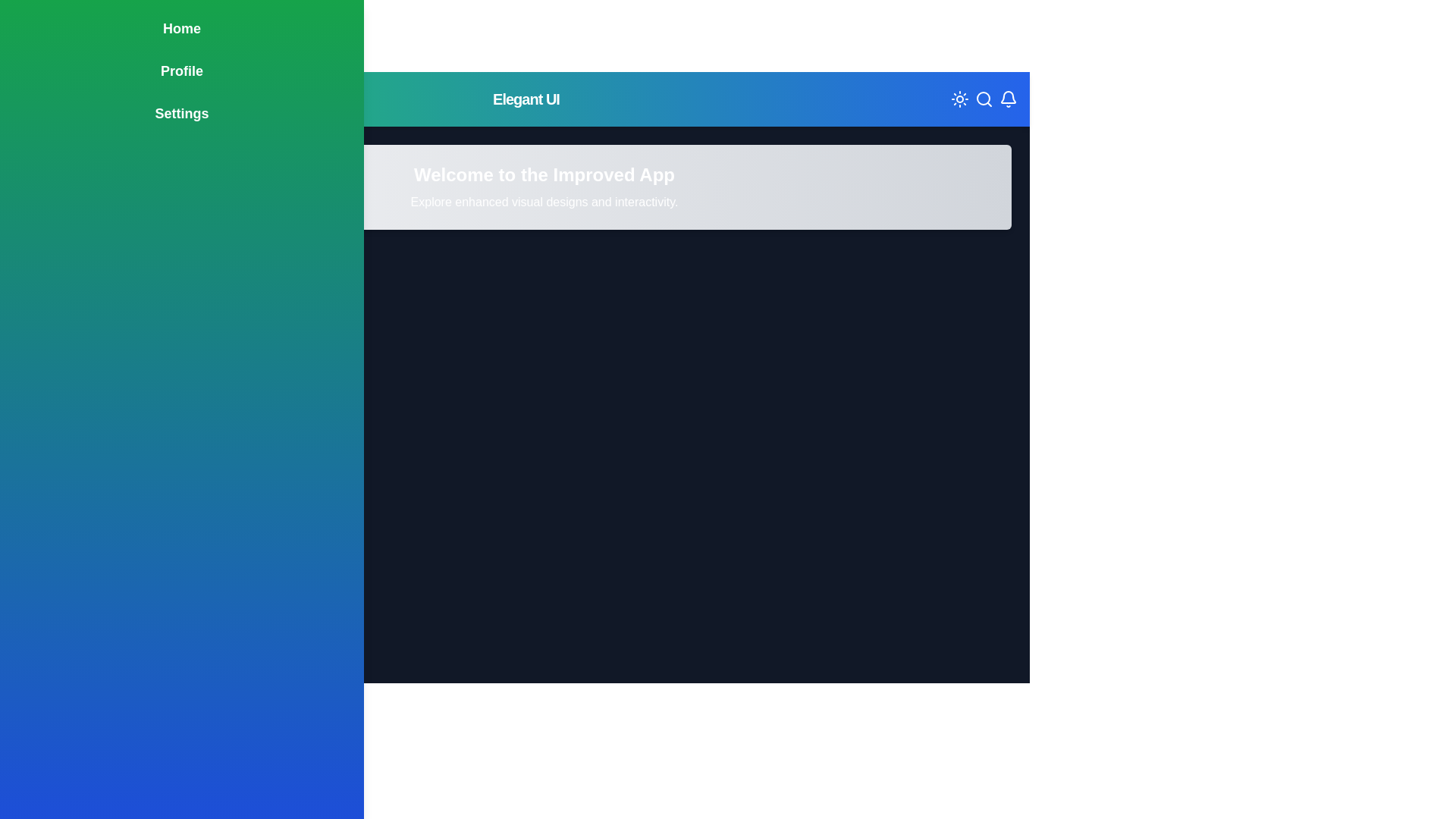 The width and height of the screenshot is (1456, 819). Describe the element at coordinates (959, 99) in the screenshot. I see `the theme toggle button to switch between dark and light modes` at that location.